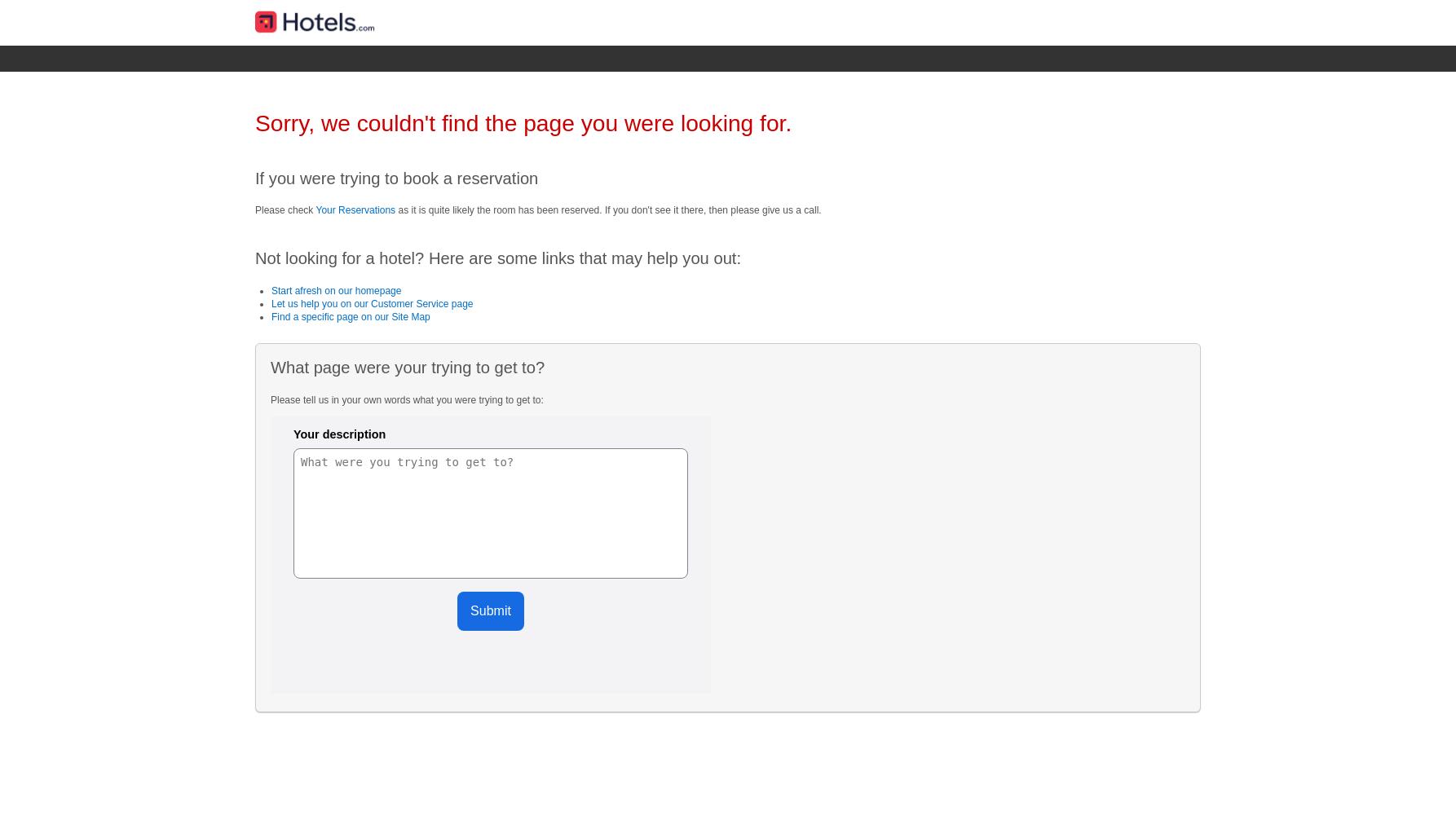 This screenshot has height=815, width=1456. Describe the element at coordinates (255, 177) in the screenshot. I see `'If you were trying to book a reservation'` at that location.